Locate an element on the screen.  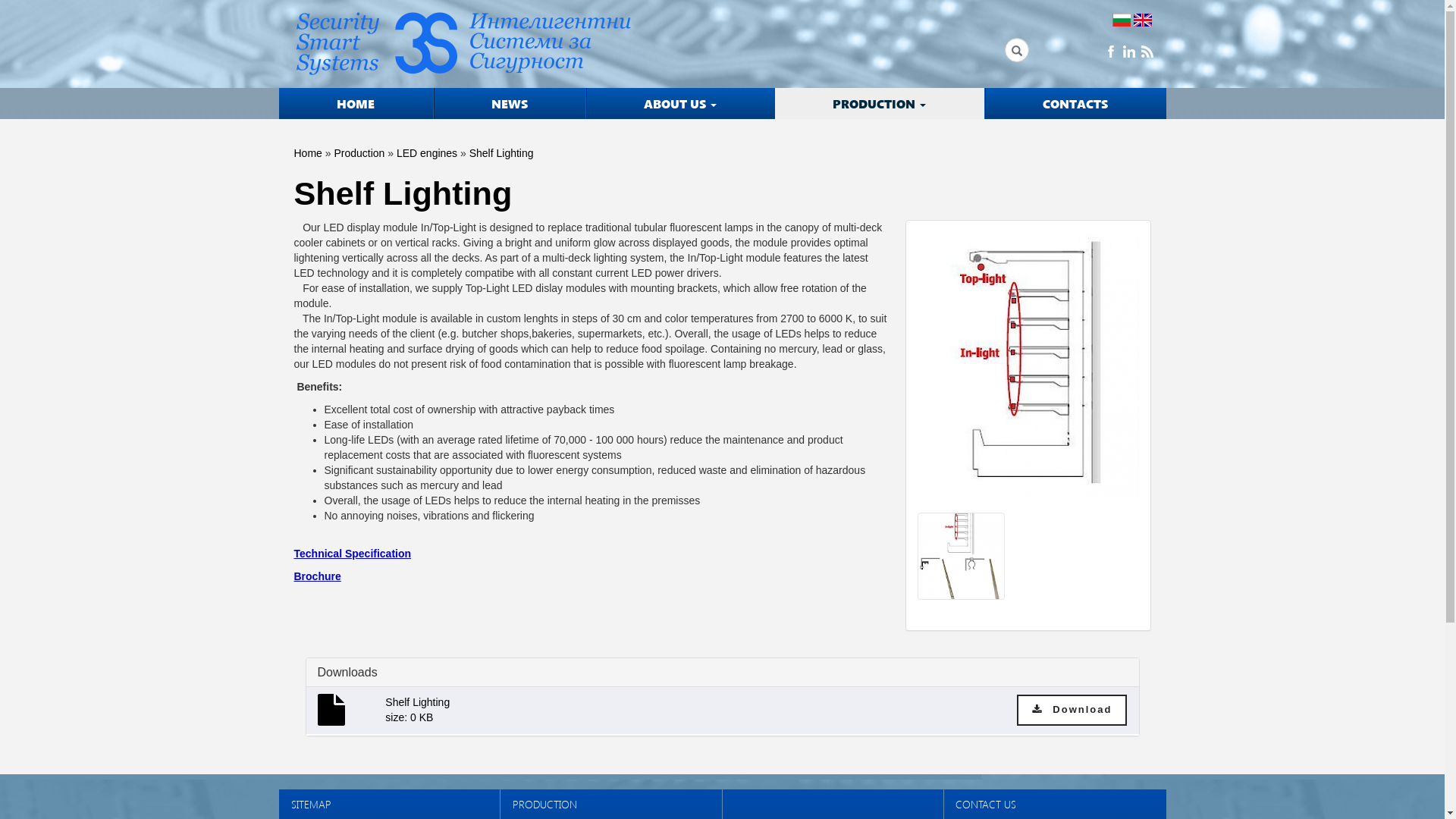
'Technical Specification' is located at coordinates (352, 553).